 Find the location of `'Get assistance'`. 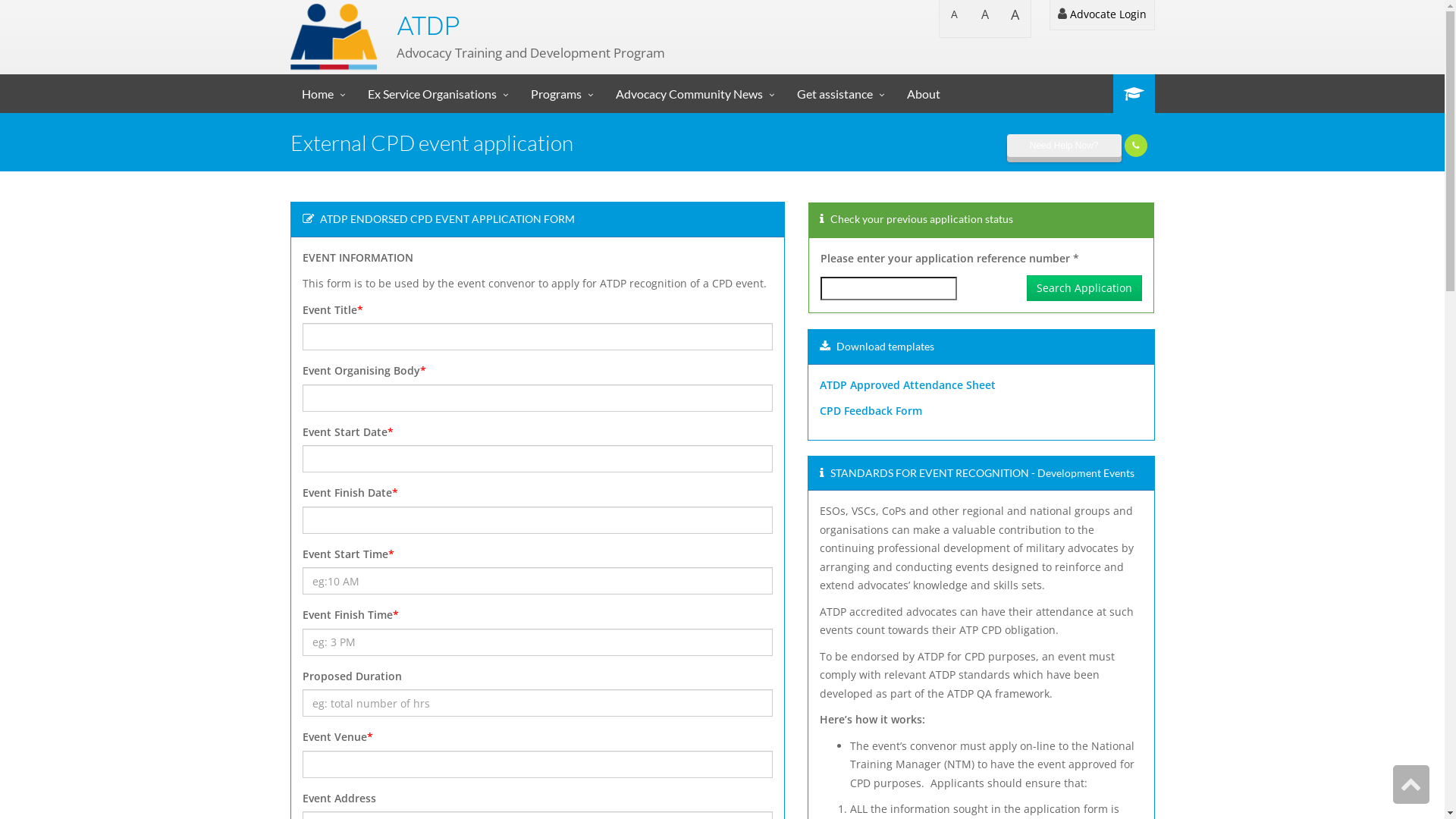

'Get assistance' is located at coordinates (839, 93).